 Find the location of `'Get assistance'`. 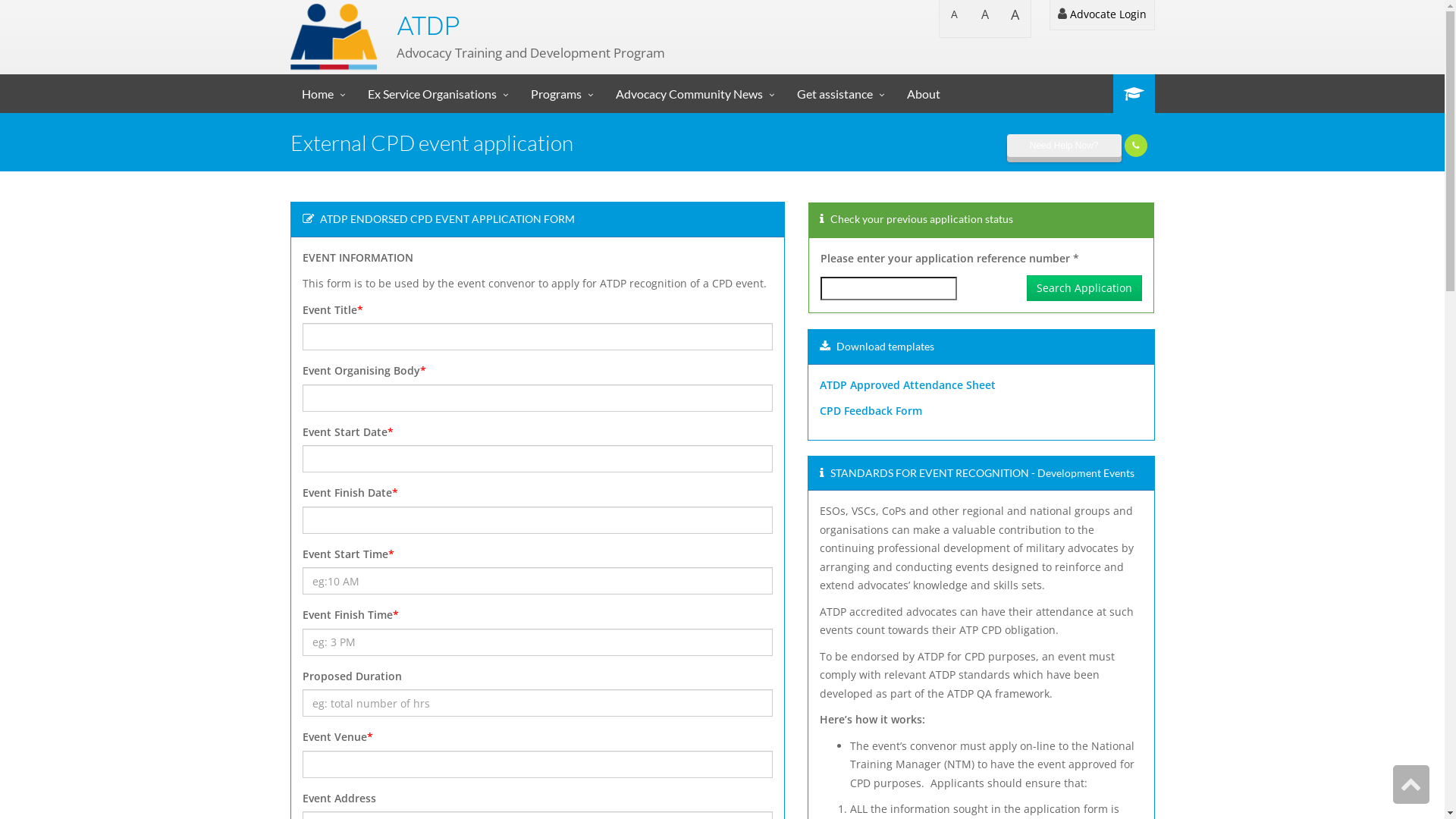

'Get assistance' is located at coordinates (839, 93).